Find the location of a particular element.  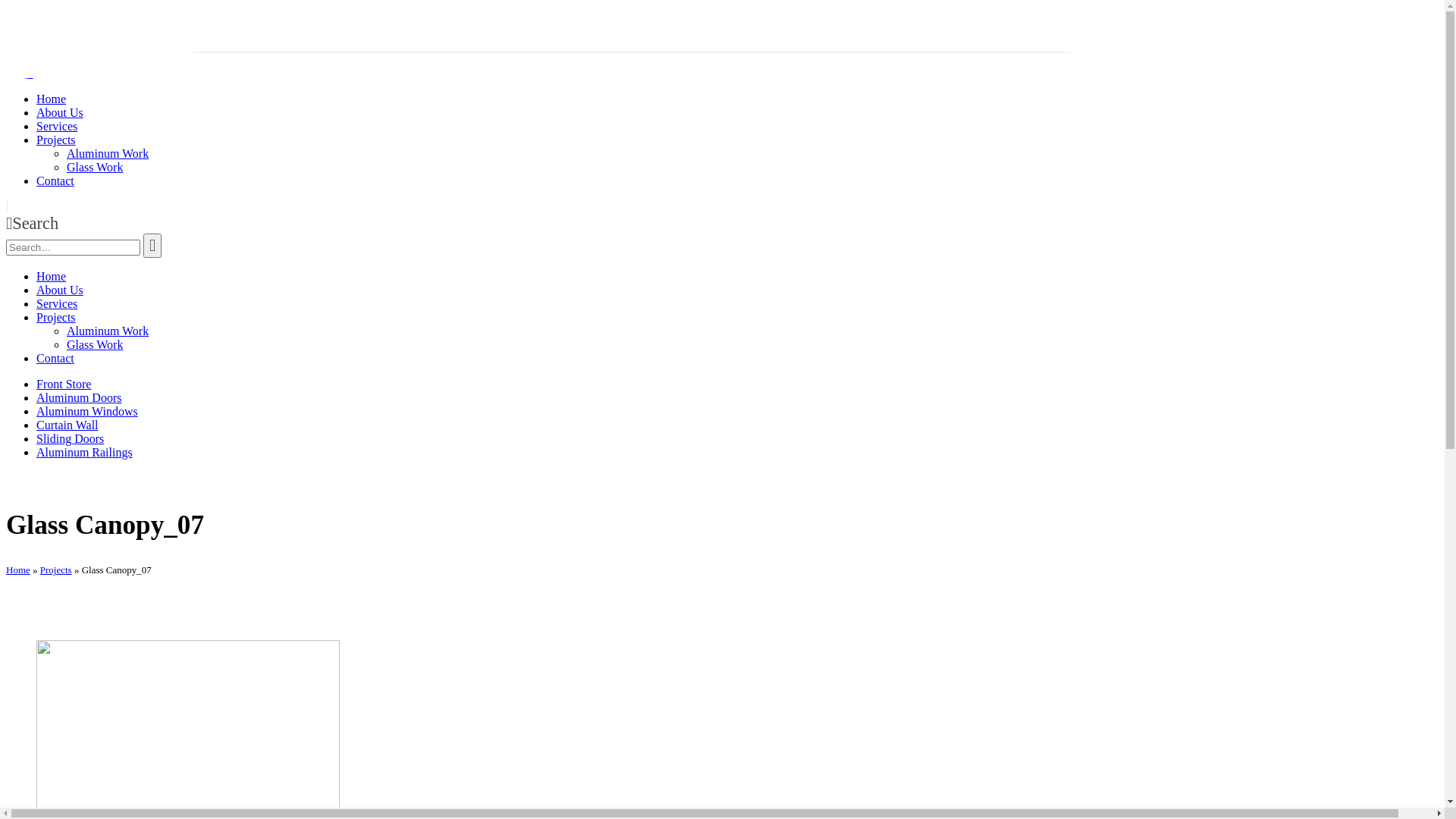

'Front Store' is located at coordinates (62, 383).